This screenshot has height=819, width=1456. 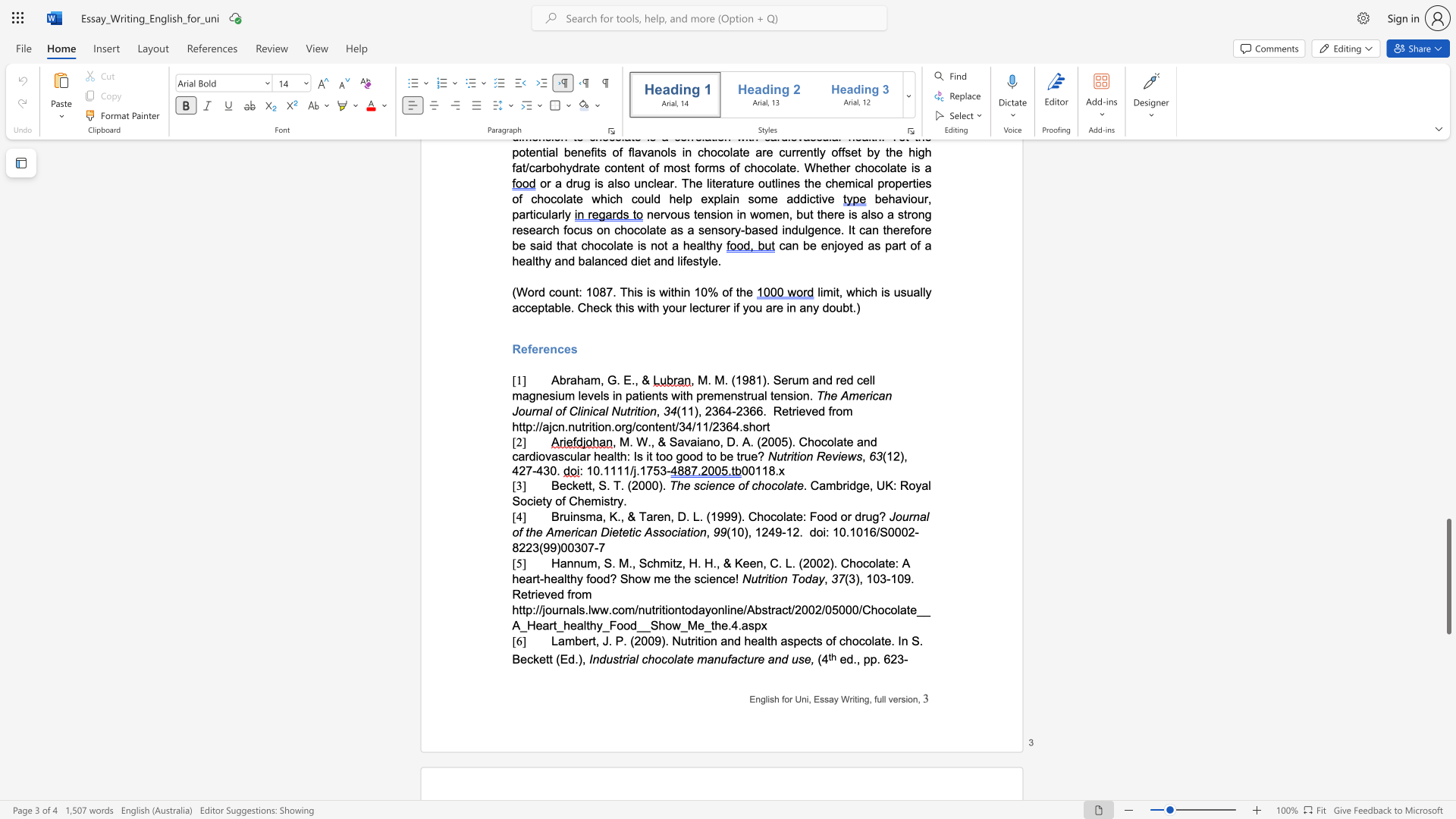 What do you see at coordinates (1448, 249) in the screenshot?
I see `the scrollbar` at bounding box center [1448, 249].